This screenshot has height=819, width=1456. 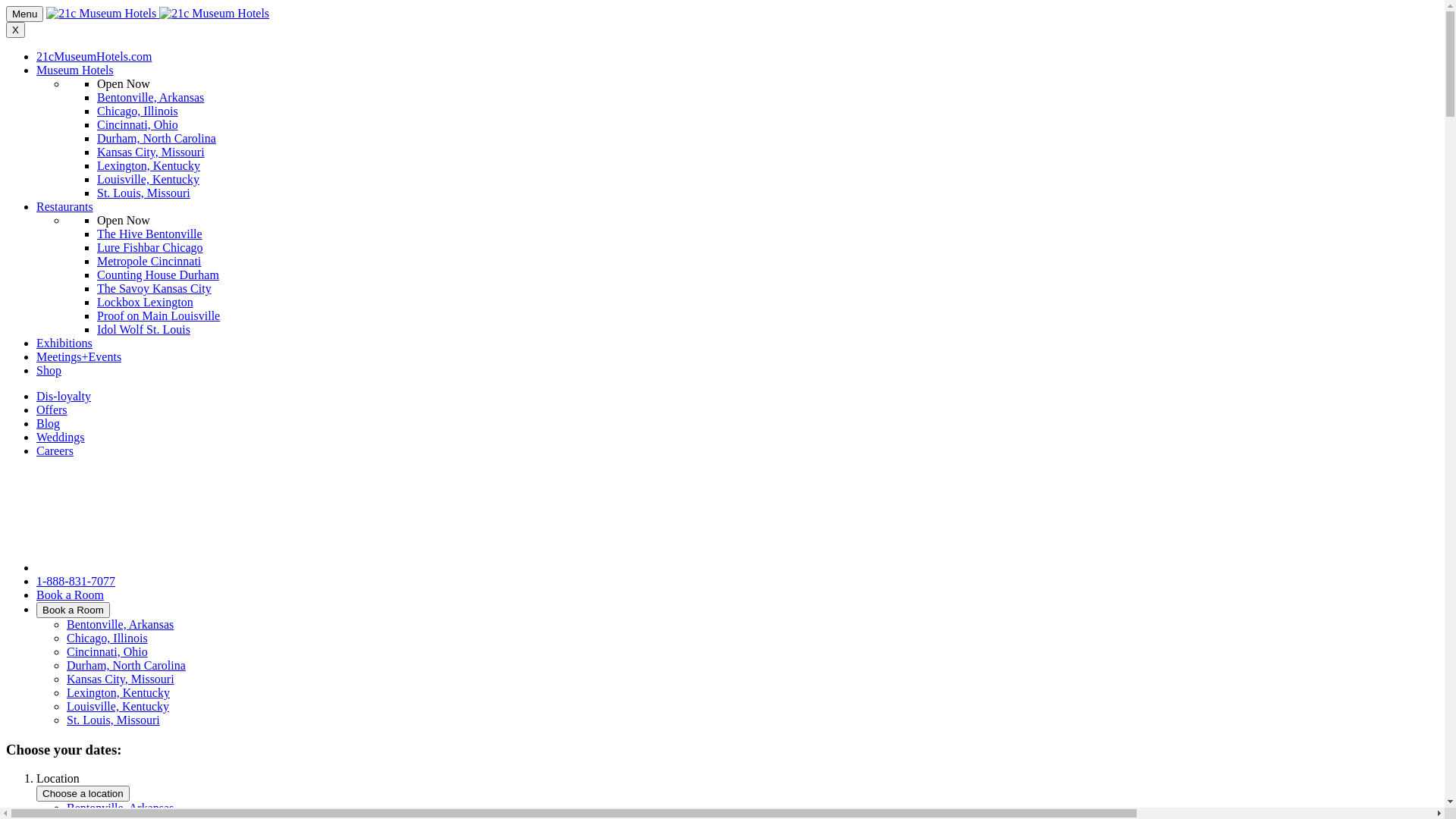 I want to click on 'The Hive Bentonville', so click(x=149, y=234).